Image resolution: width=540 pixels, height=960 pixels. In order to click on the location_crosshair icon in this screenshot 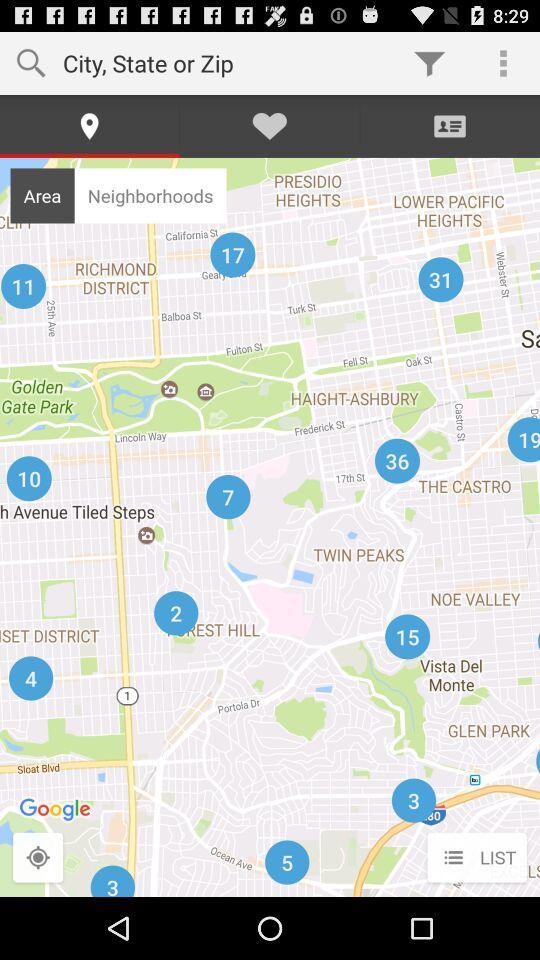, I will do `click(38, 919)`.